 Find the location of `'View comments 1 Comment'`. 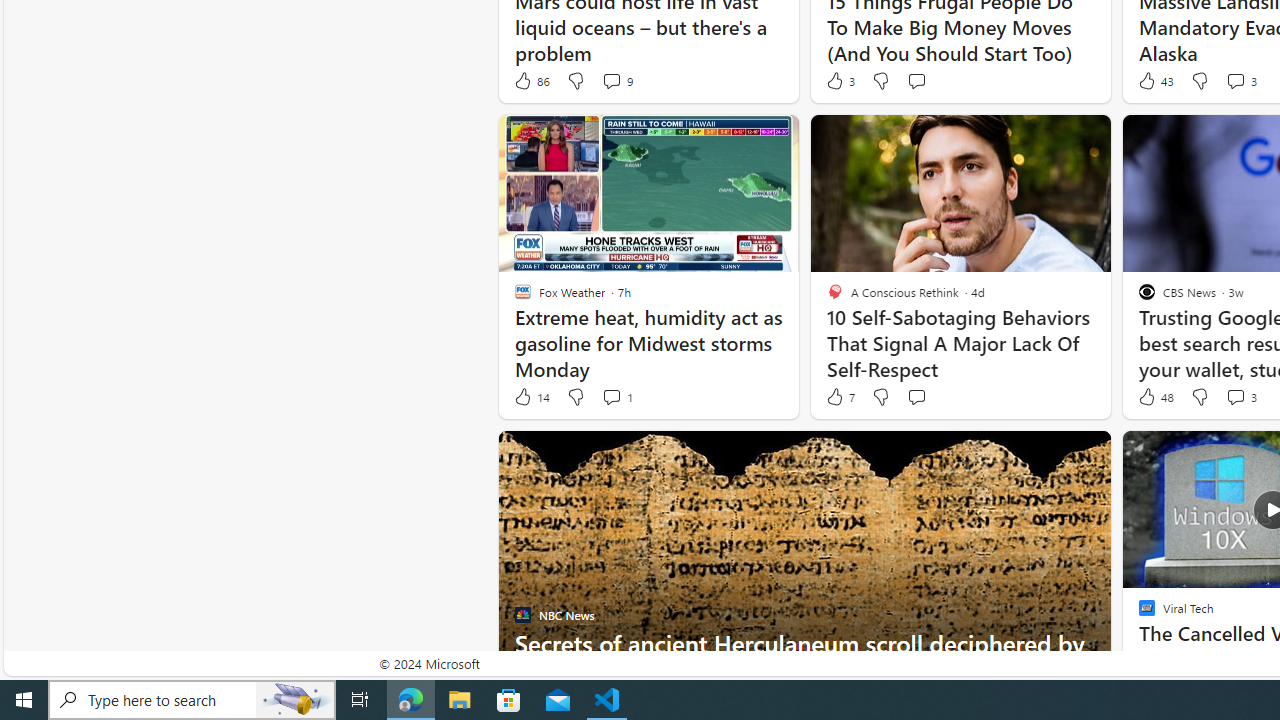

'View comments 1 Comment' is located at coordinates (615, 397).